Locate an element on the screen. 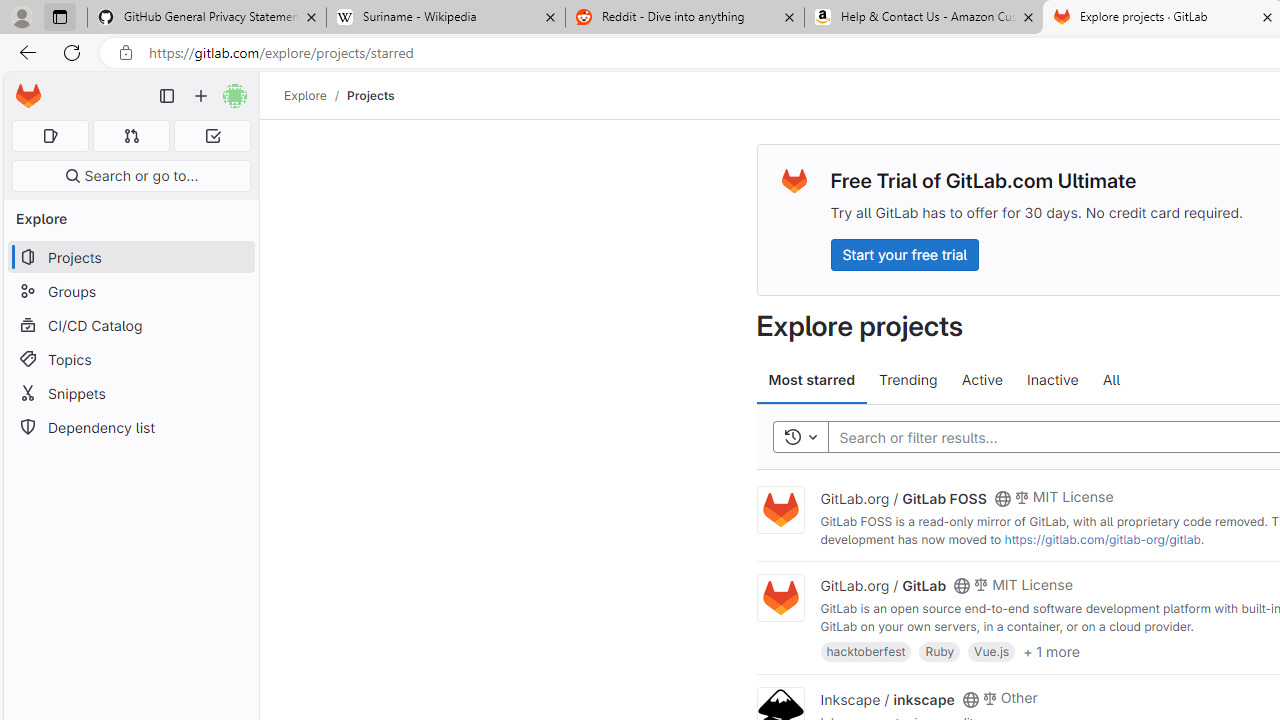  'Reddit - Dive into anything' is located at coordinates (684, 17).